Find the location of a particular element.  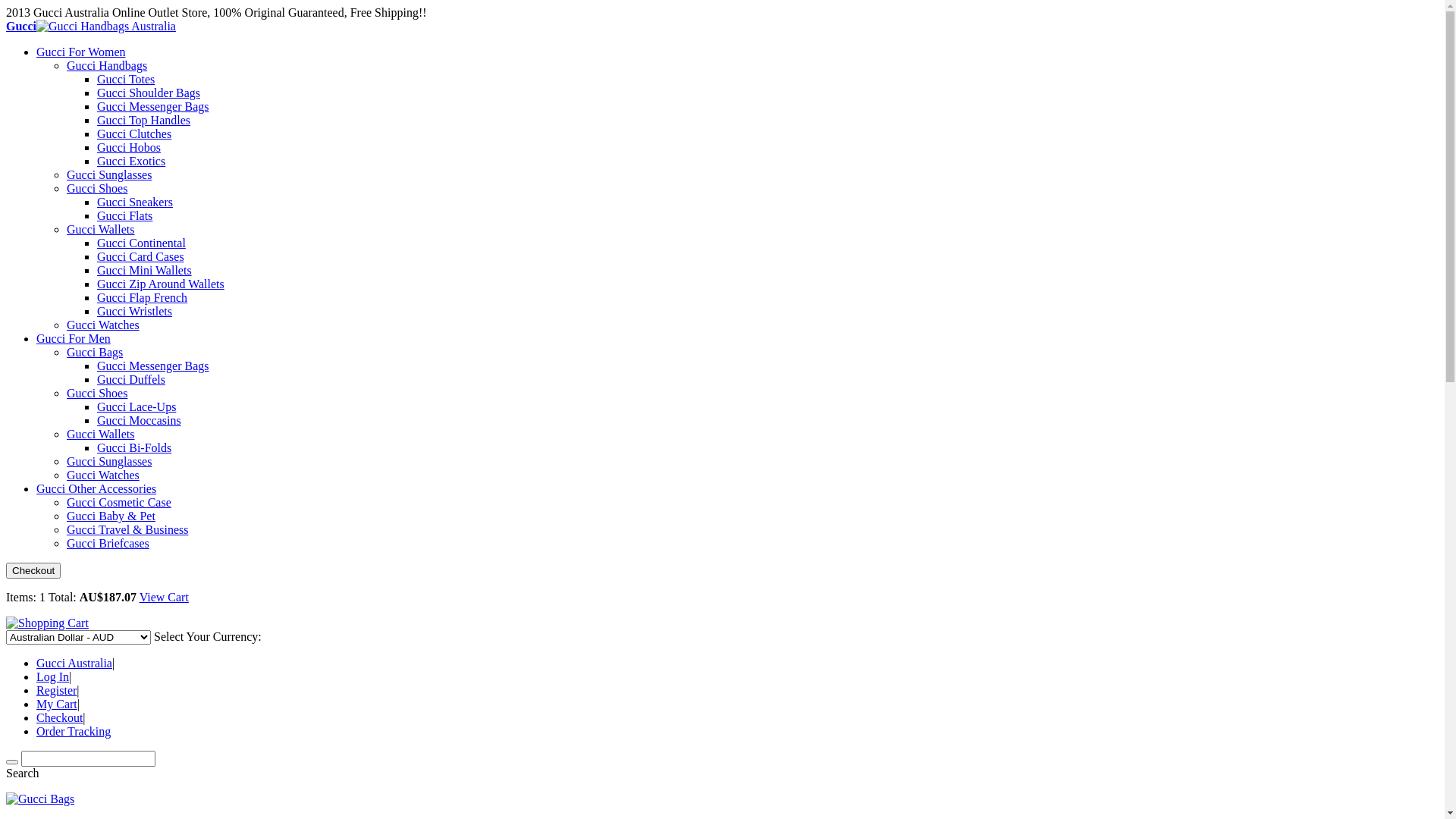

'Gucci Exotics' is located at coordinates (96, 161).